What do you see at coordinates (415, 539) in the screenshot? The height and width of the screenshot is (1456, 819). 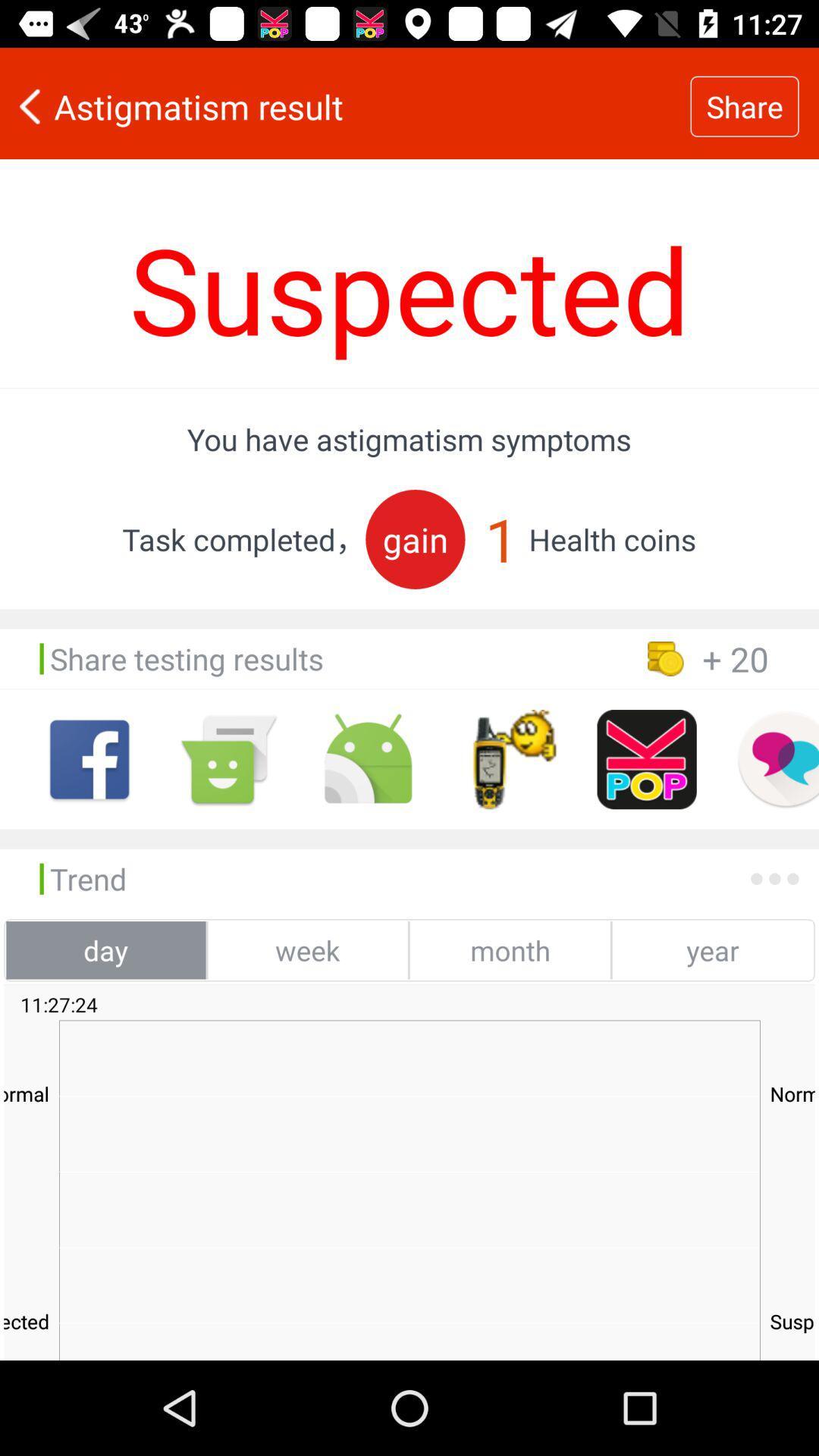 I see `item below you have astigmatism icon` at bounding box center [415, 539].